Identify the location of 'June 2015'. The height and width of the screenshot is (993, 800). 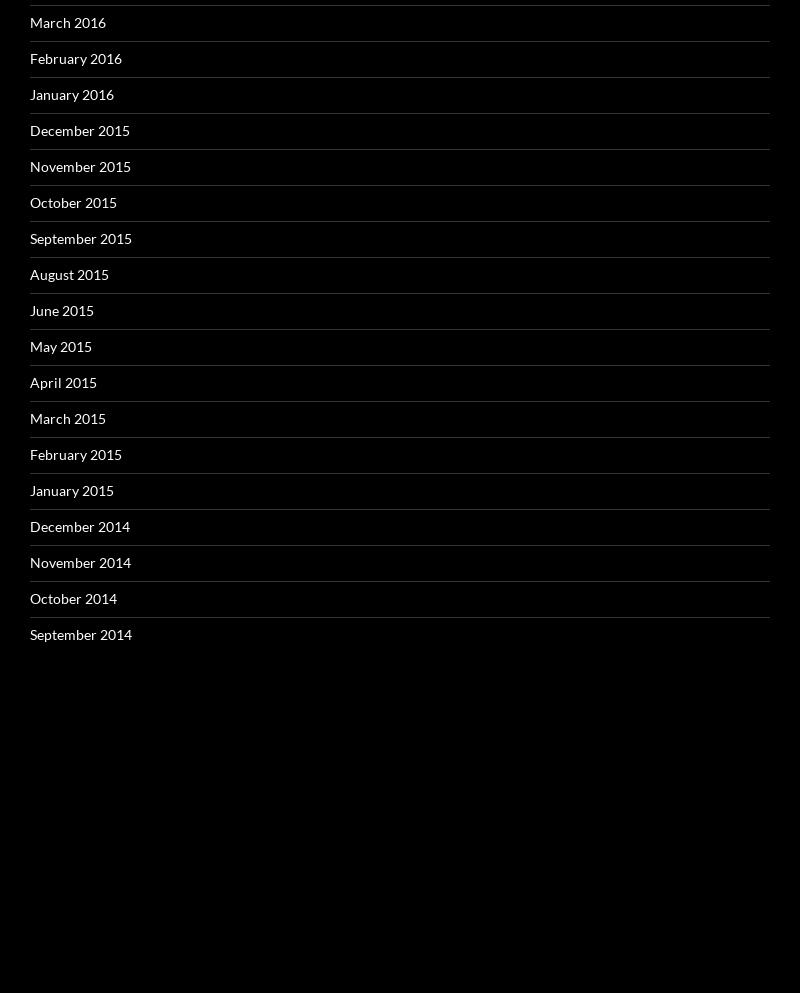
(30, 308).